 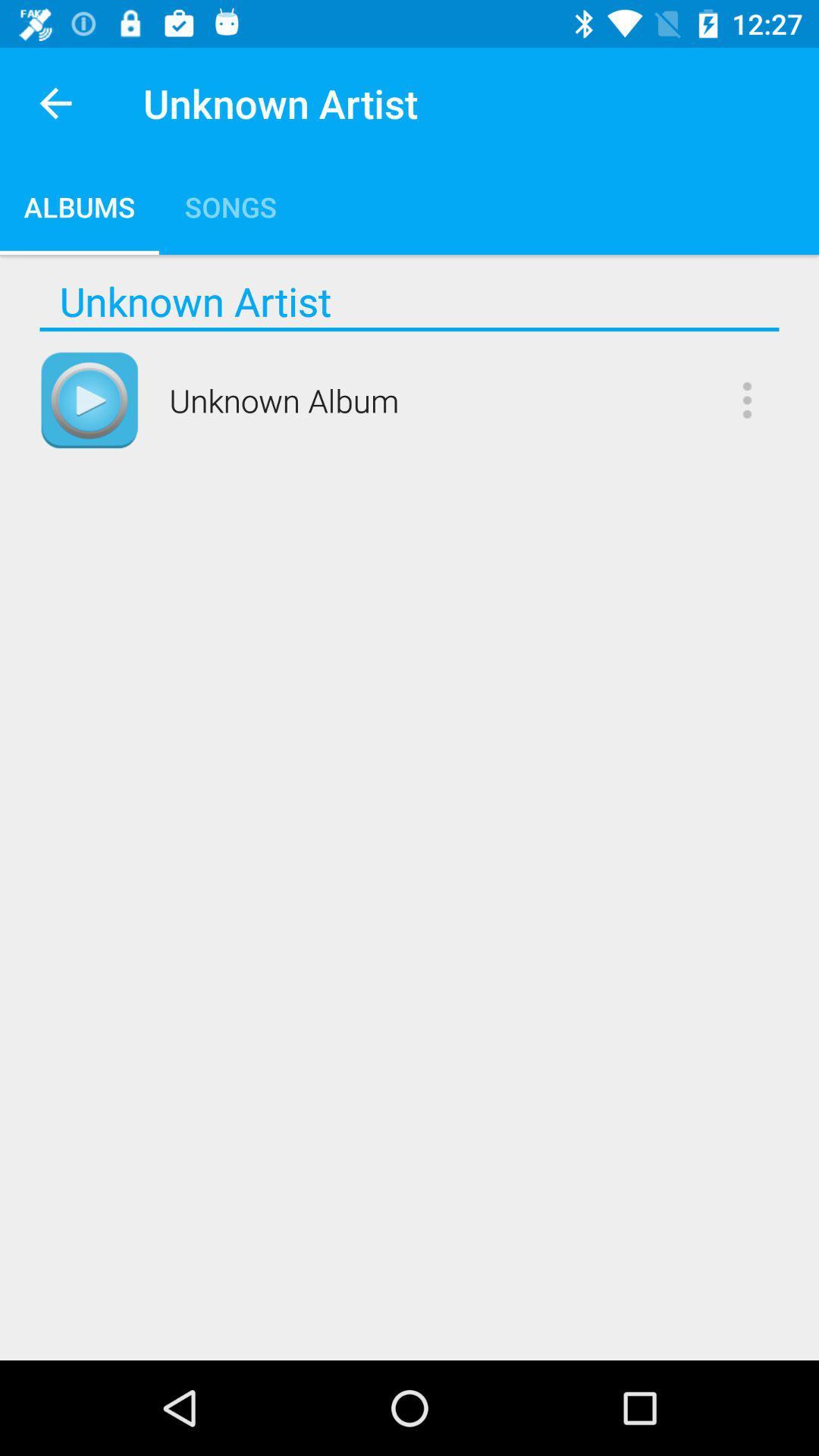 I want to click on the app next to unknown artist item, so click(x=55, y=102).